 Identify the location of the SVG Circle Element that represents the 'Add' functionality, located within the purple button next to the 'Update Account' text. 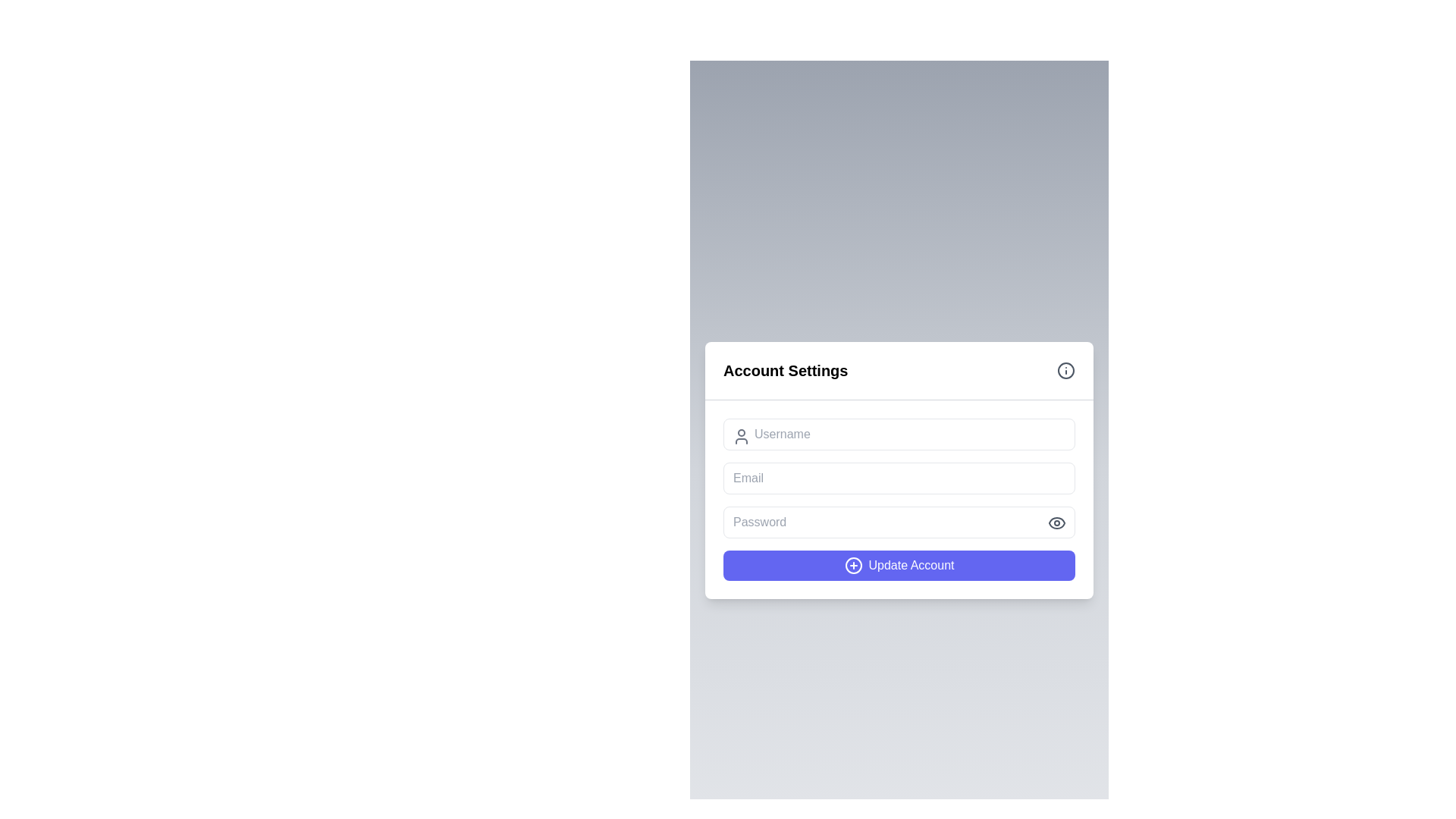
(853, 565).